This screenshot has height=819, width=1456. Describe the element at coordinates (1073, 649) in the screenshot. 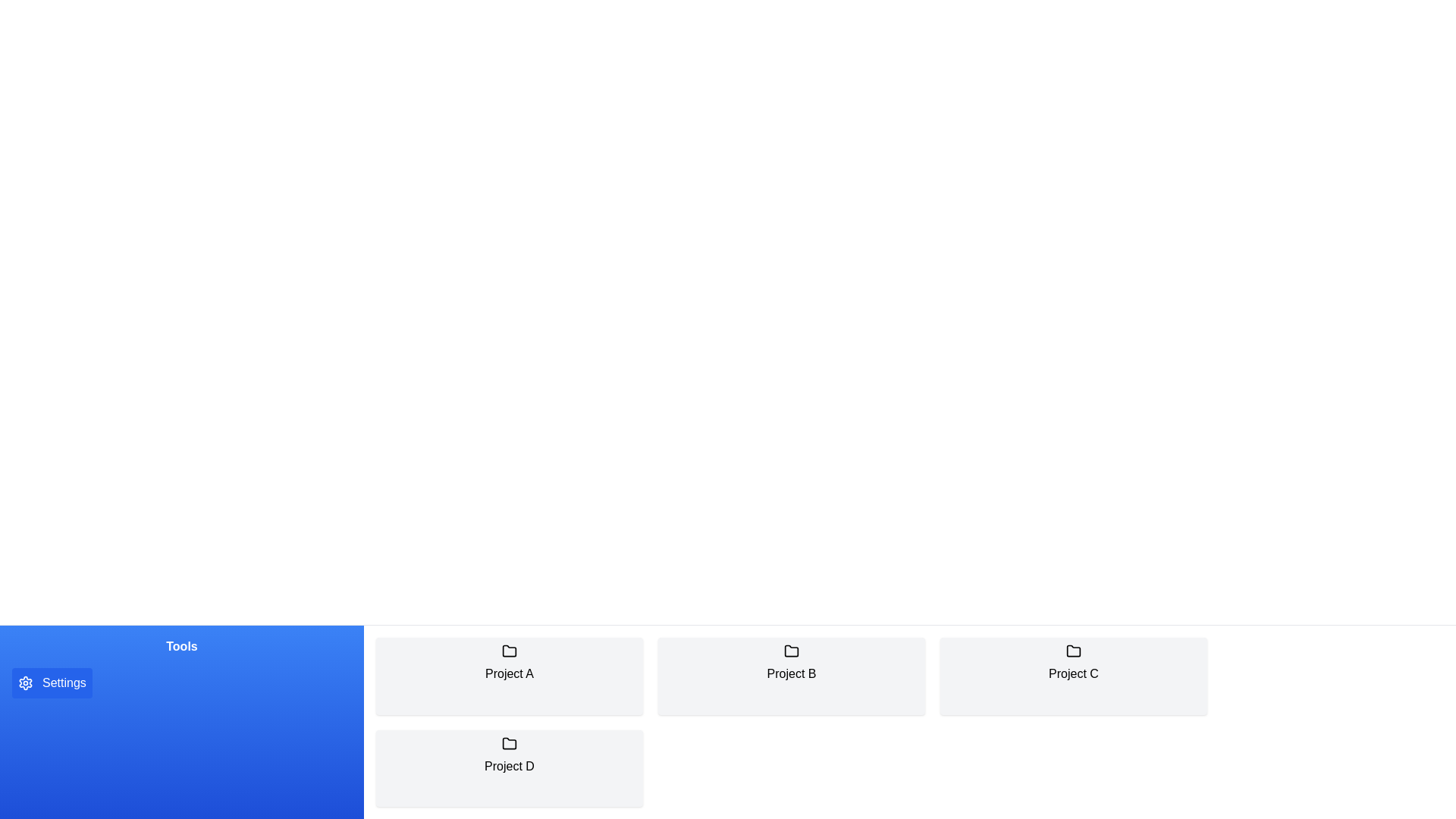

I see `the folder icon located in the fourth column of the first row, just above the text labeled 'Project C'` at that location.